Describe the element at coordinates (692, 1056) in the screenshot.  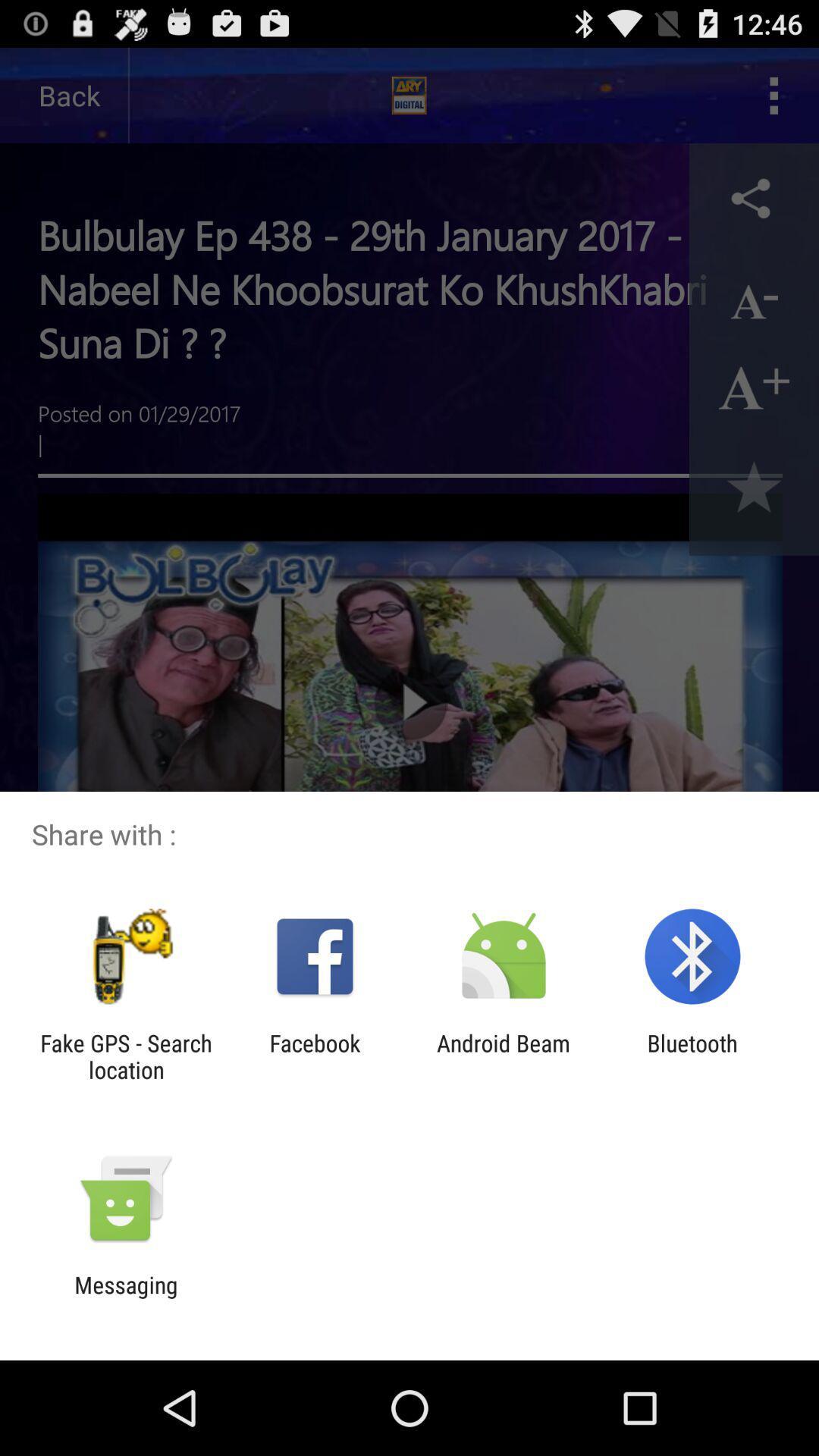
I see `app to the right of android beam item` at that location.